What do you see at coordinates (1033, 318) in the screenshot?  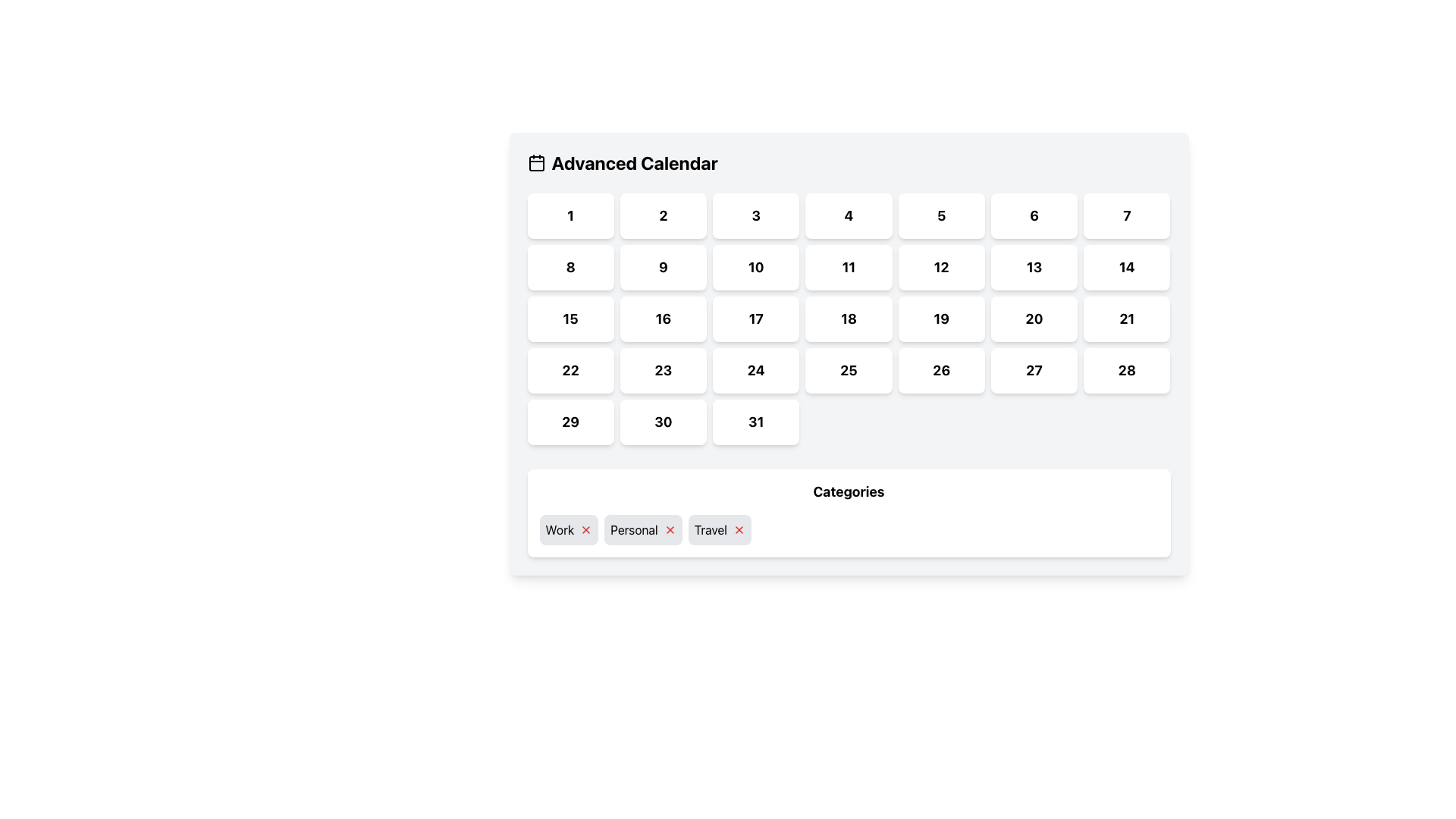 I see `the interactive button representing the date '20' in the calendar interface` at bounding box center [1033, 318].